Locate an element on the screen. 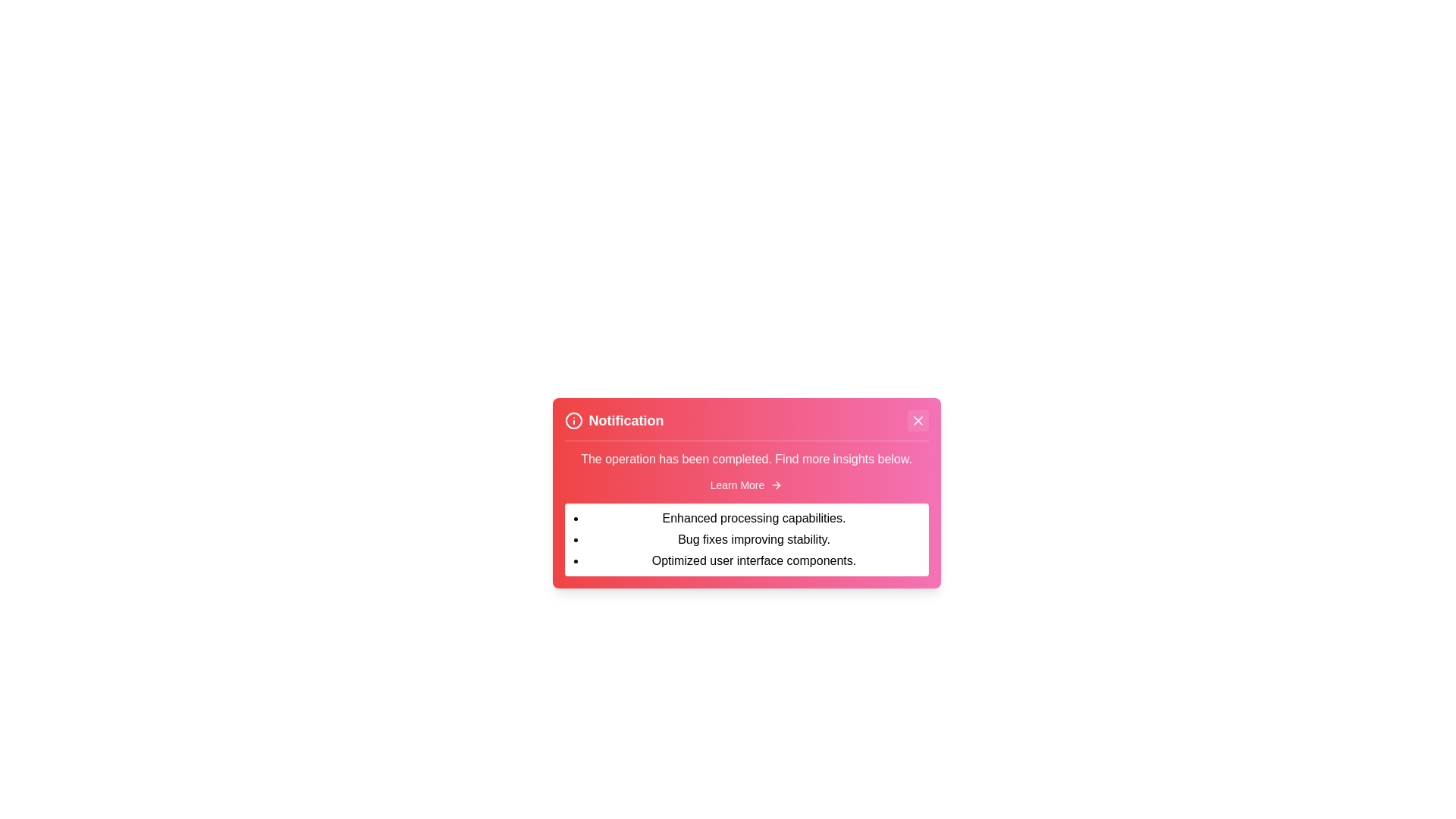 The width and height of the screenshot is (1456, 819). close button to dismiss the alert is located at coordinates (917, 421).